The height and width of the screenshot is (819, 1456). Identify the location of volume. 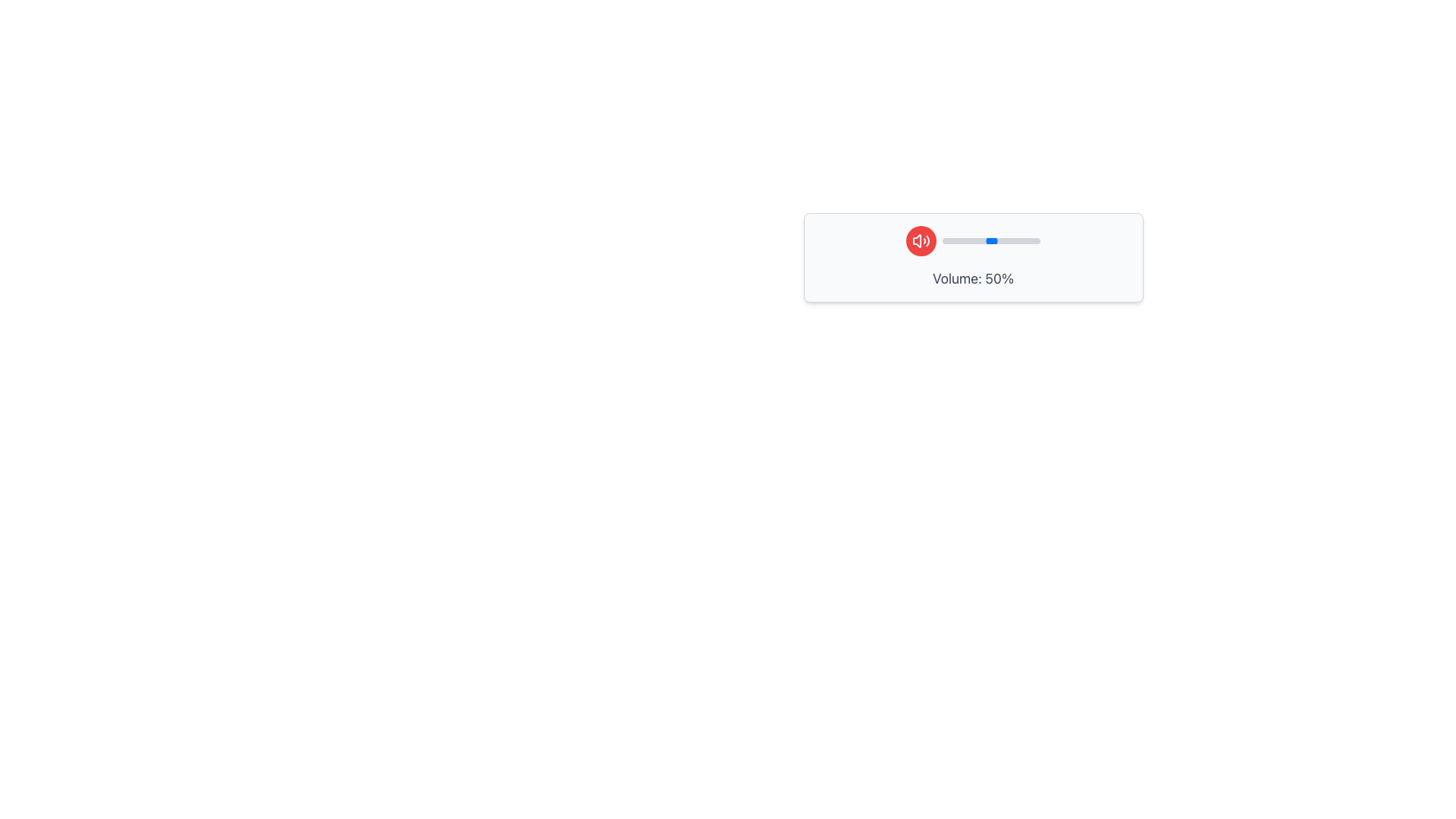
(991, 240).